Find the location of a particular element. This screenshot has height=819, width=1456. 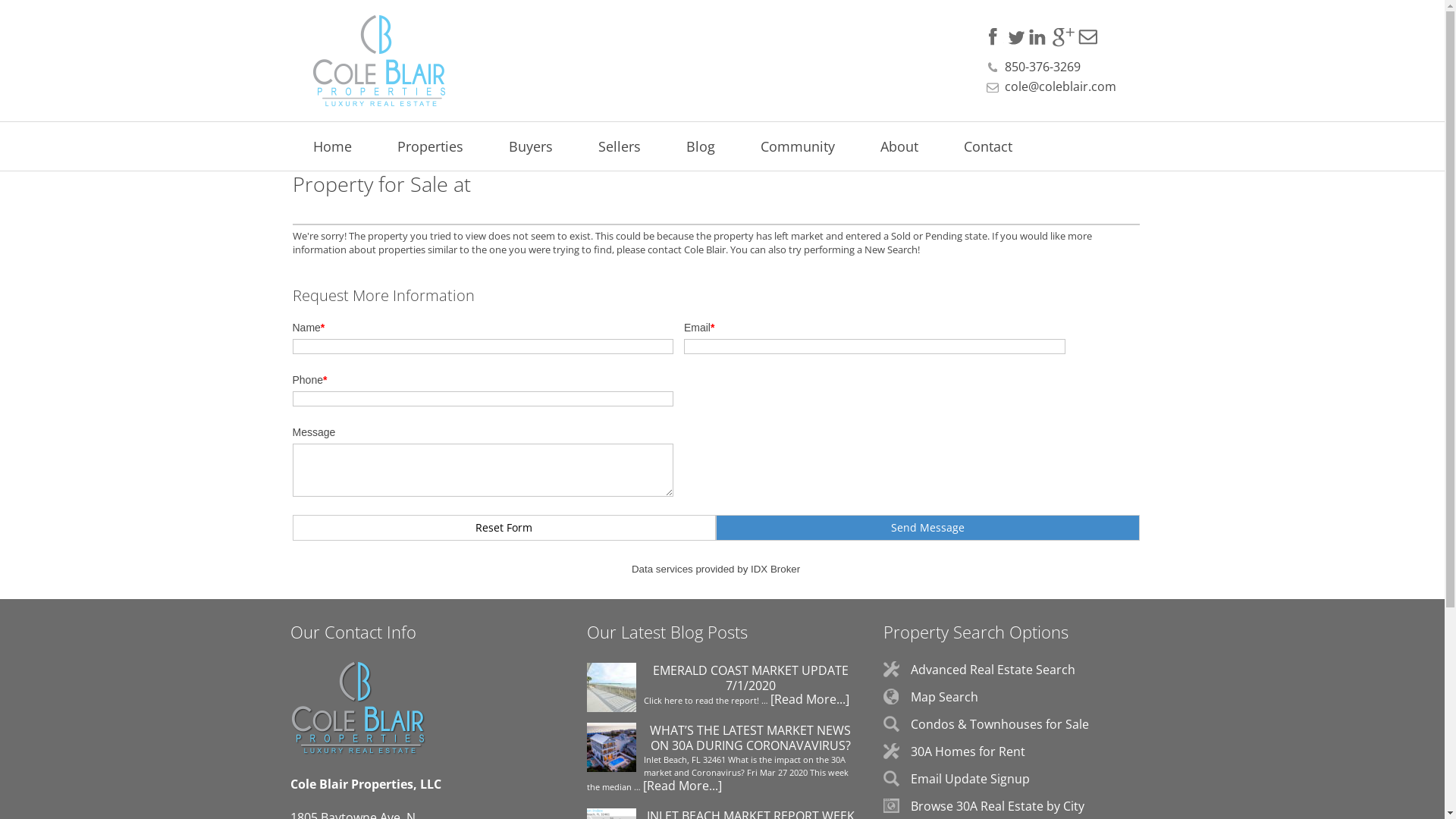

'Properties' is located at coordinates (429, 146).